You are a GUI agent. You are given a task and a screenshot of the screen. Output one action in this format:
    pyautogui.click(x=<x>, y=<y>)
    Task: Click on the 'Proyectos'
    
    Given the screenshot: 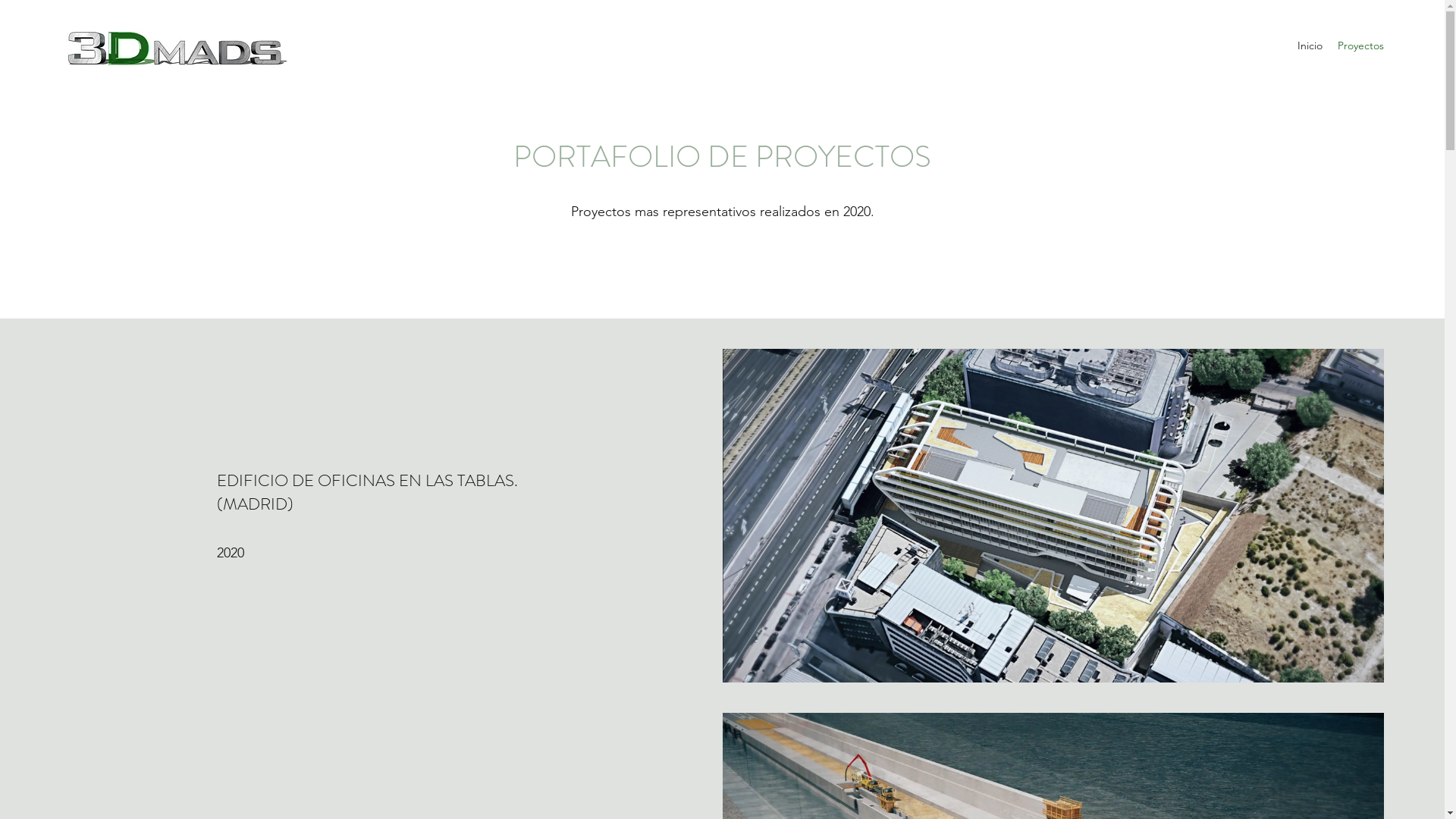 What is the action you would take?
    pyautogui.click(x=1329, y=45)
    